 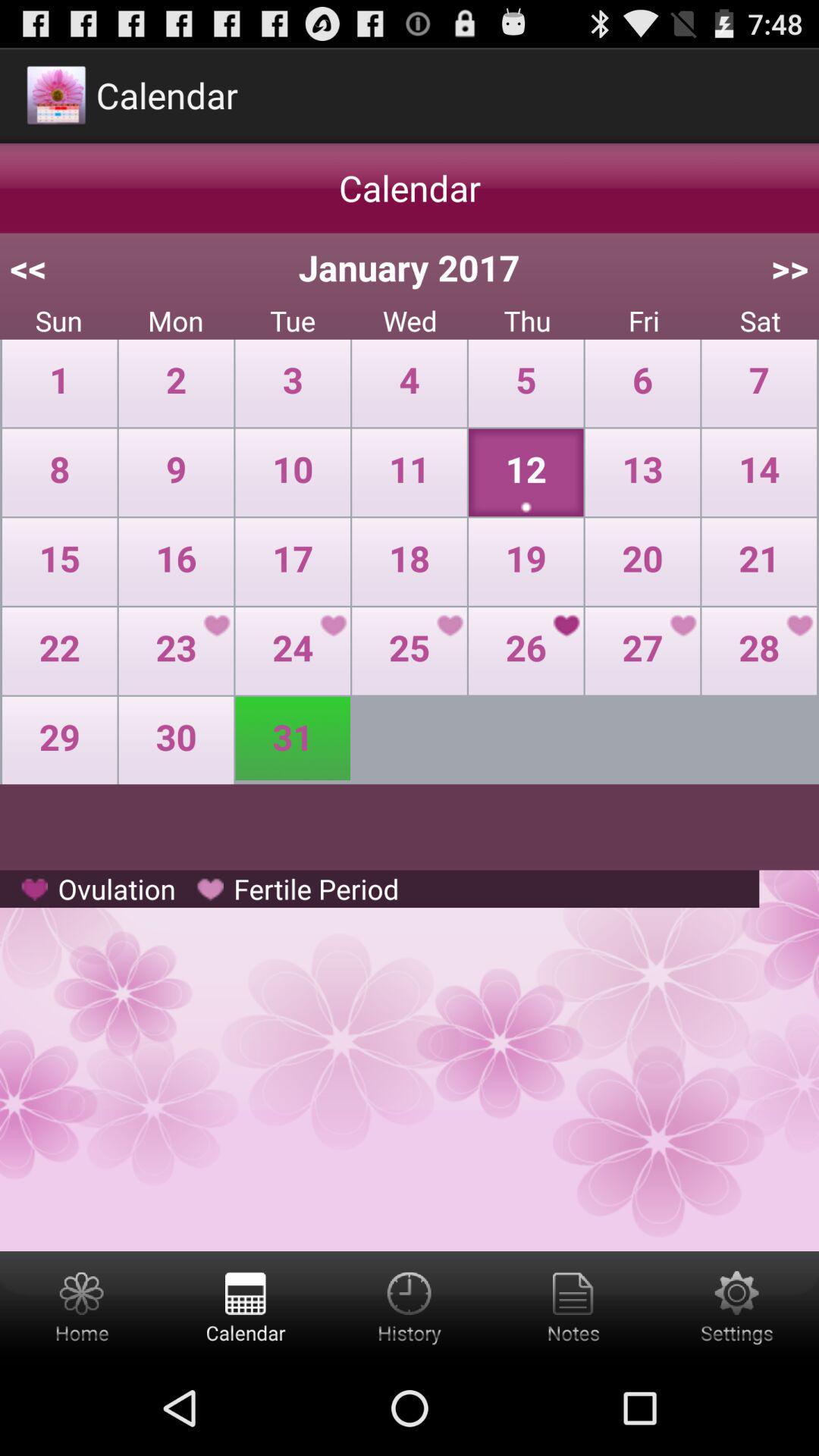 What do you see at coordinates (245, 1305) in the screenshot?
I see `click the calendar option` at bounding box center [245, 1305].